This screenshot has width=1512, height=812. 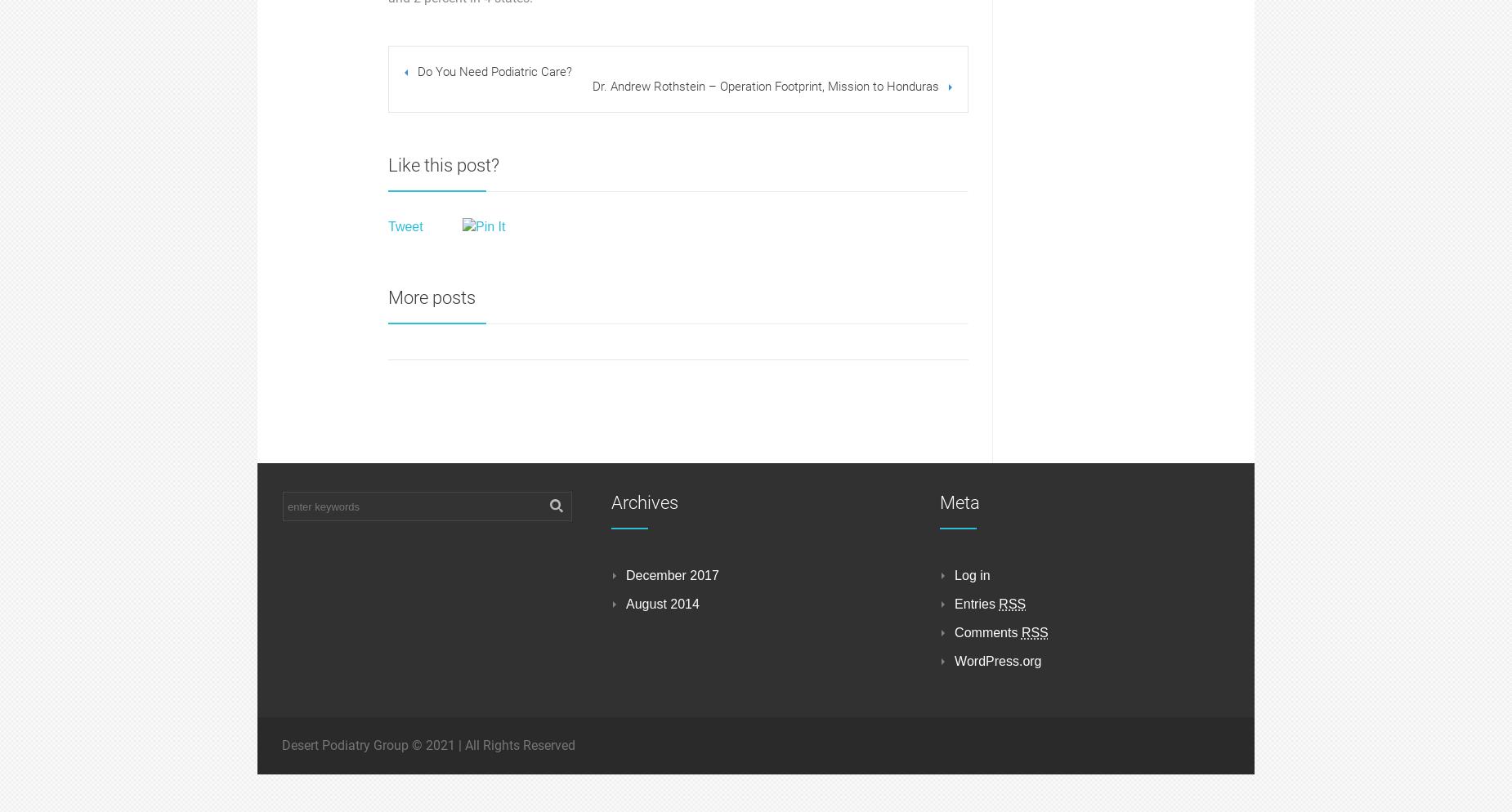 What do you see at coordinates (997, 661) in the screenshot?
I see `'WordPress.org'` at bounding box center [997, 661].